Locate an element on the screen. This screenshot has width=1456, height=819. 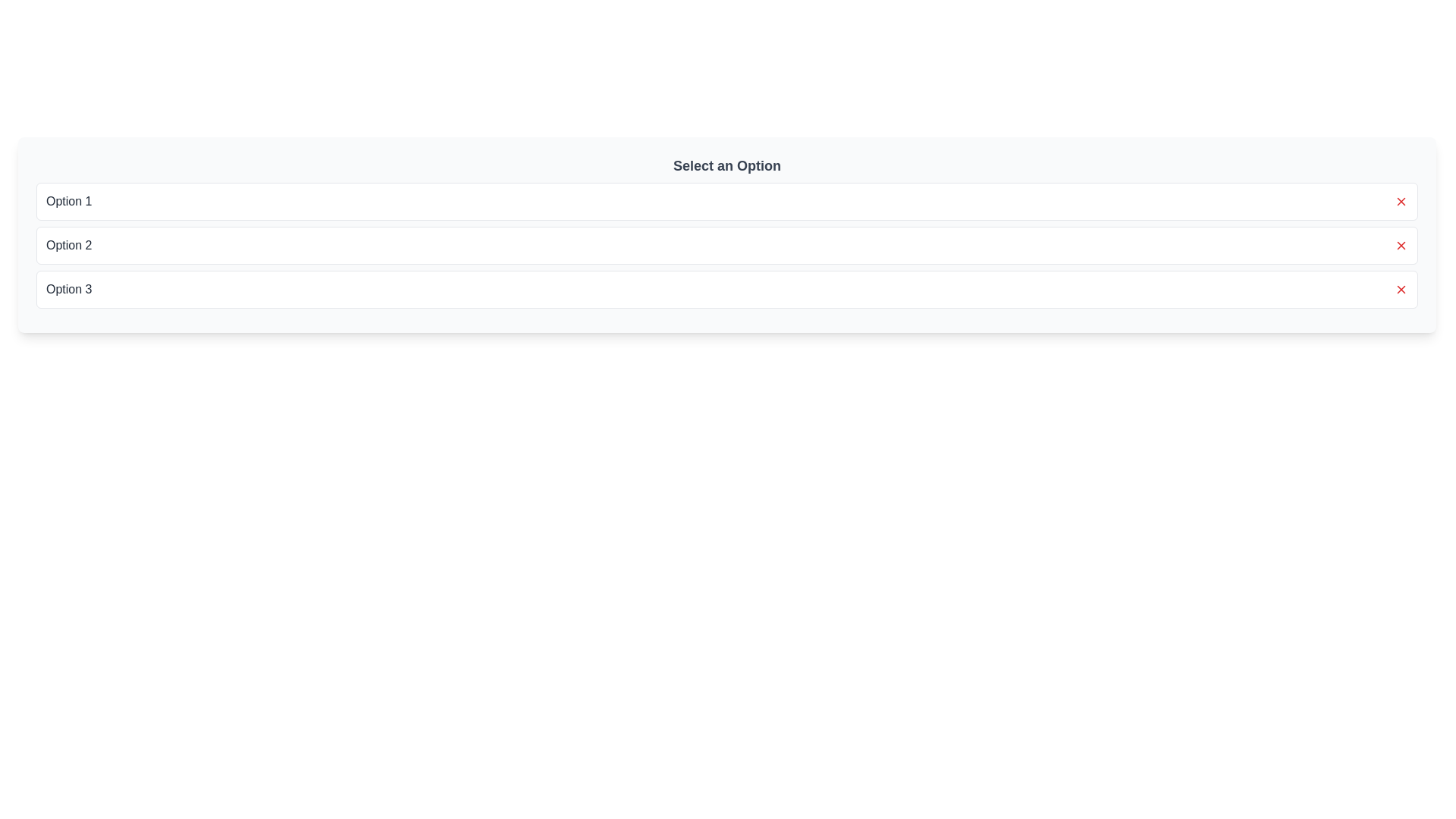
the red 'X' icon button indicating deletion or closing, located at the far right of 'Option 1' is located at coordinates (1401, 201).